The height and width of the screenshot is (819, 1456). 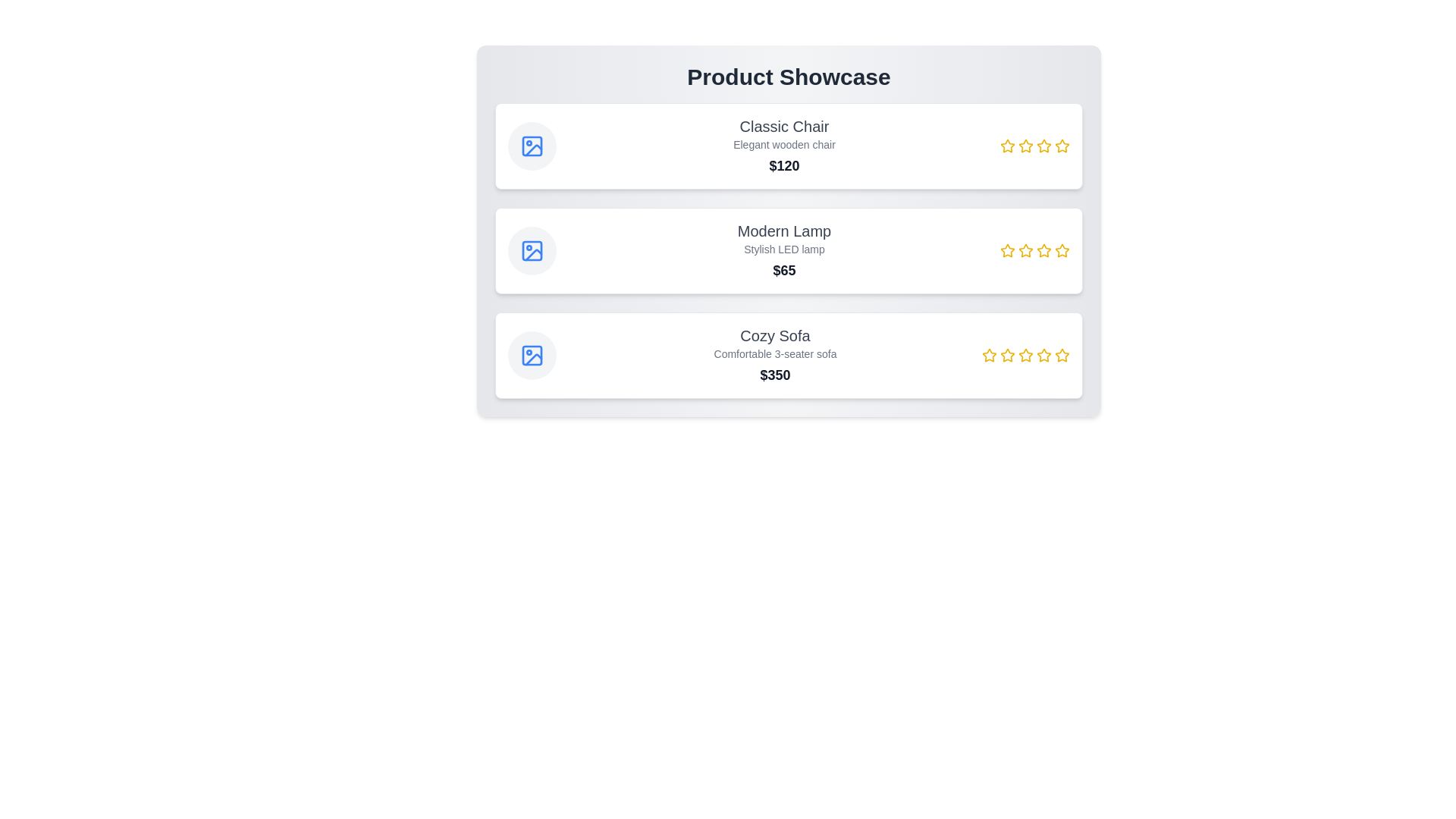 What do you see at coordinates (1026, 146) in the screenshot?
I see `the rating for a product to 2 stars` at bounding box center [1026, 146].